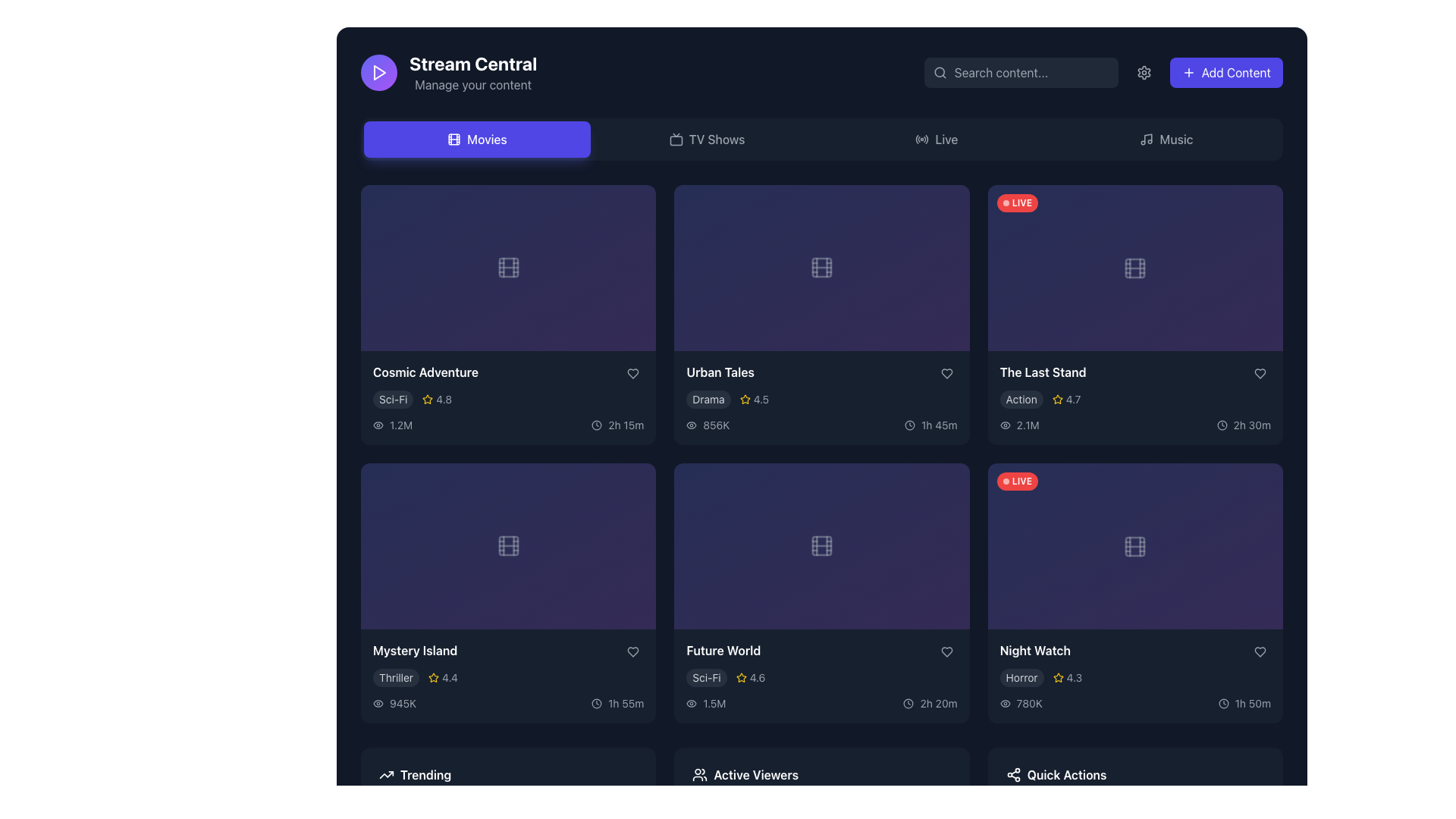 The width and height of the screenshot is (1456, 819). Describe the element at coordinates (508, 546) in the screenshot. I see `the small rounded rectangle element within the film reel icon for the movie 'Mystery Island', located in the second row and first column of the grid` at that location.